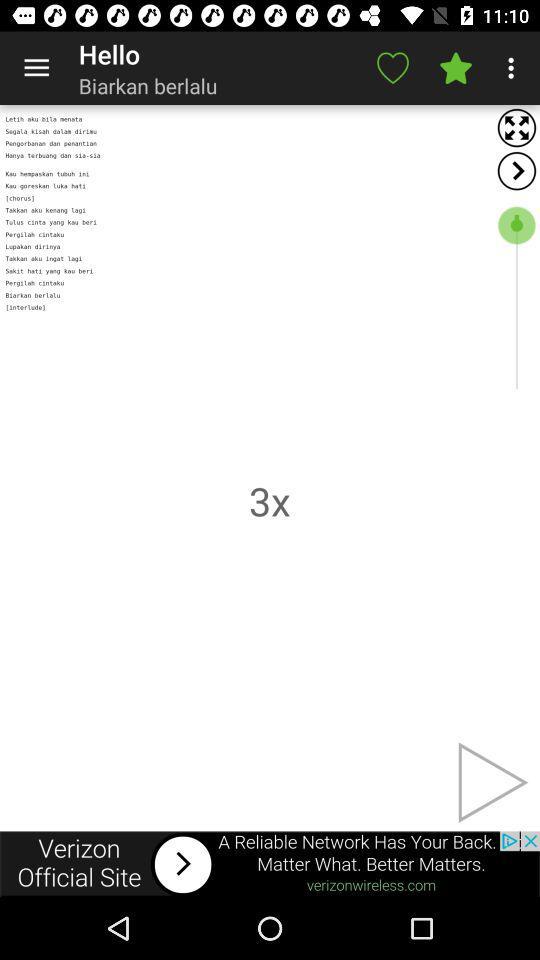  Describe the element at coordinates (516, 127) in the screenshot. I see `the fullscreen icon` at that location.